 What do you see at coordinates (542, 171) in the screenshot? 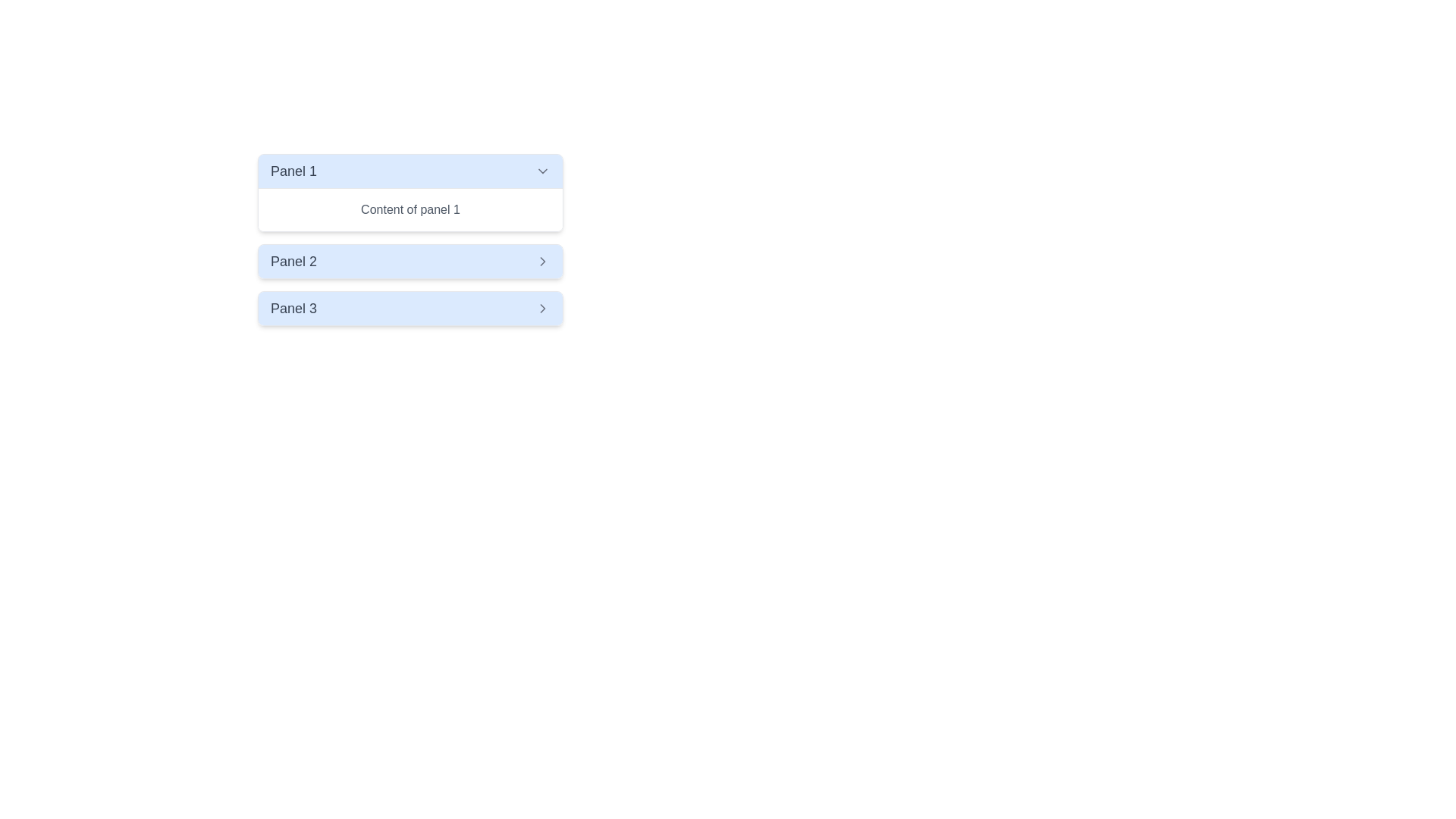
I see `the downward-pointing chevron icon in a circle, located at the top-right corner of 'Panel 1'` at bounding box center [542, 171].